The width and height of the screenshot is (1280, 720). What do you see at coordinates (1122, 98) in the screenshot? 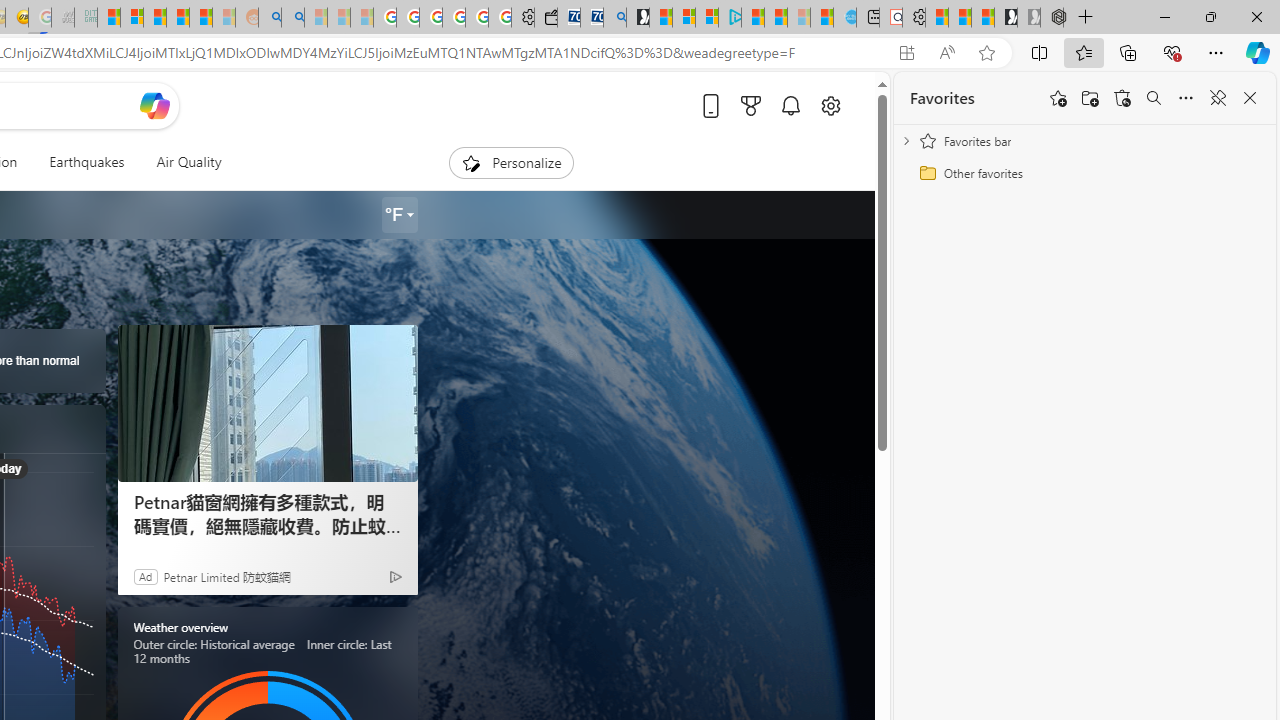
I see `'Restore deleted favorites'` at bounding box center [1122, 98].